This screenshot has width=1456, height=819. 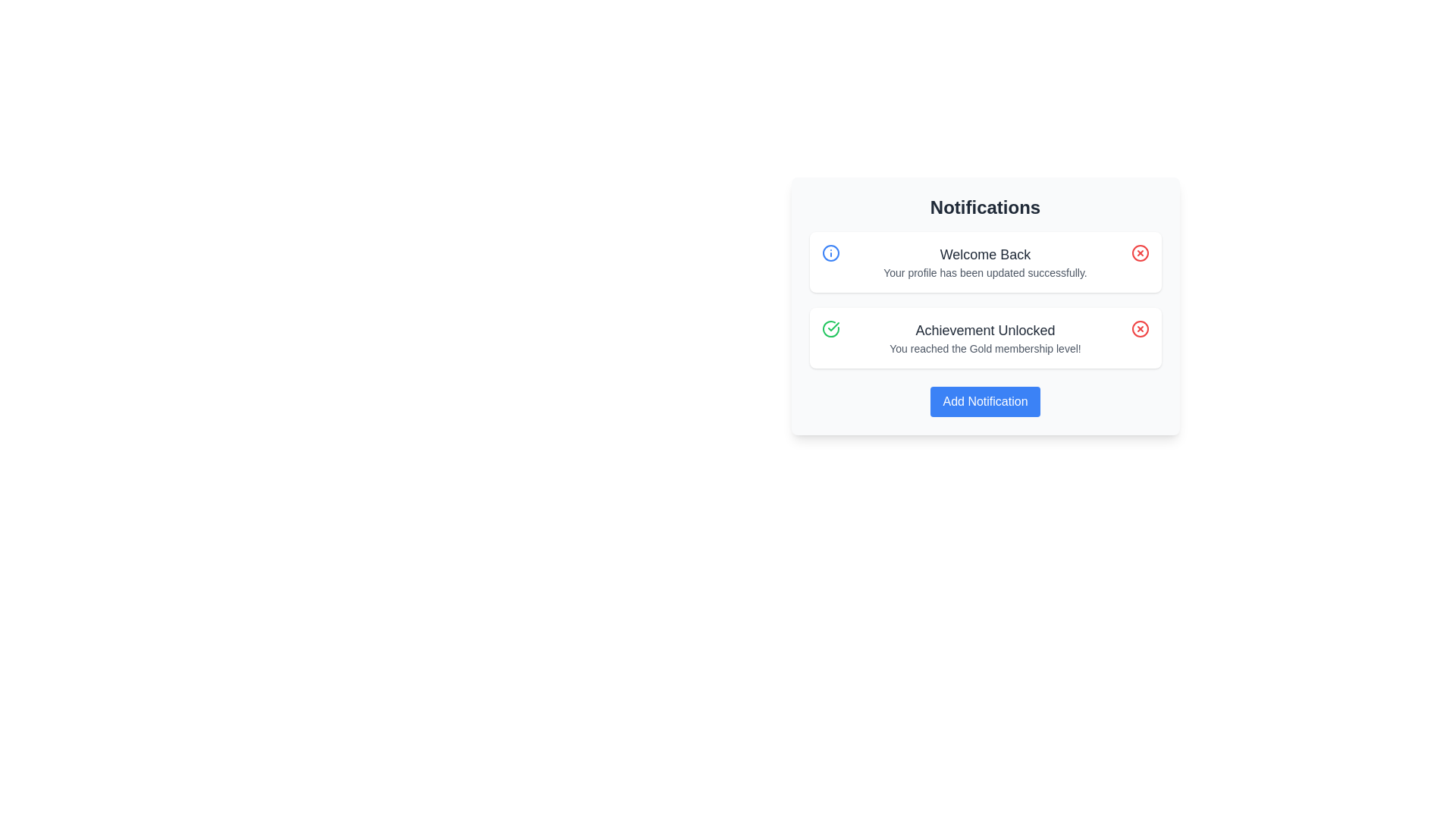 What do you see at coordinates (1140, 253) in the screenshot?
I see `the close button located on the right-hand side of the notification section, aligned with the title 'Welcome Back'` at bounding box center [1140, 253].